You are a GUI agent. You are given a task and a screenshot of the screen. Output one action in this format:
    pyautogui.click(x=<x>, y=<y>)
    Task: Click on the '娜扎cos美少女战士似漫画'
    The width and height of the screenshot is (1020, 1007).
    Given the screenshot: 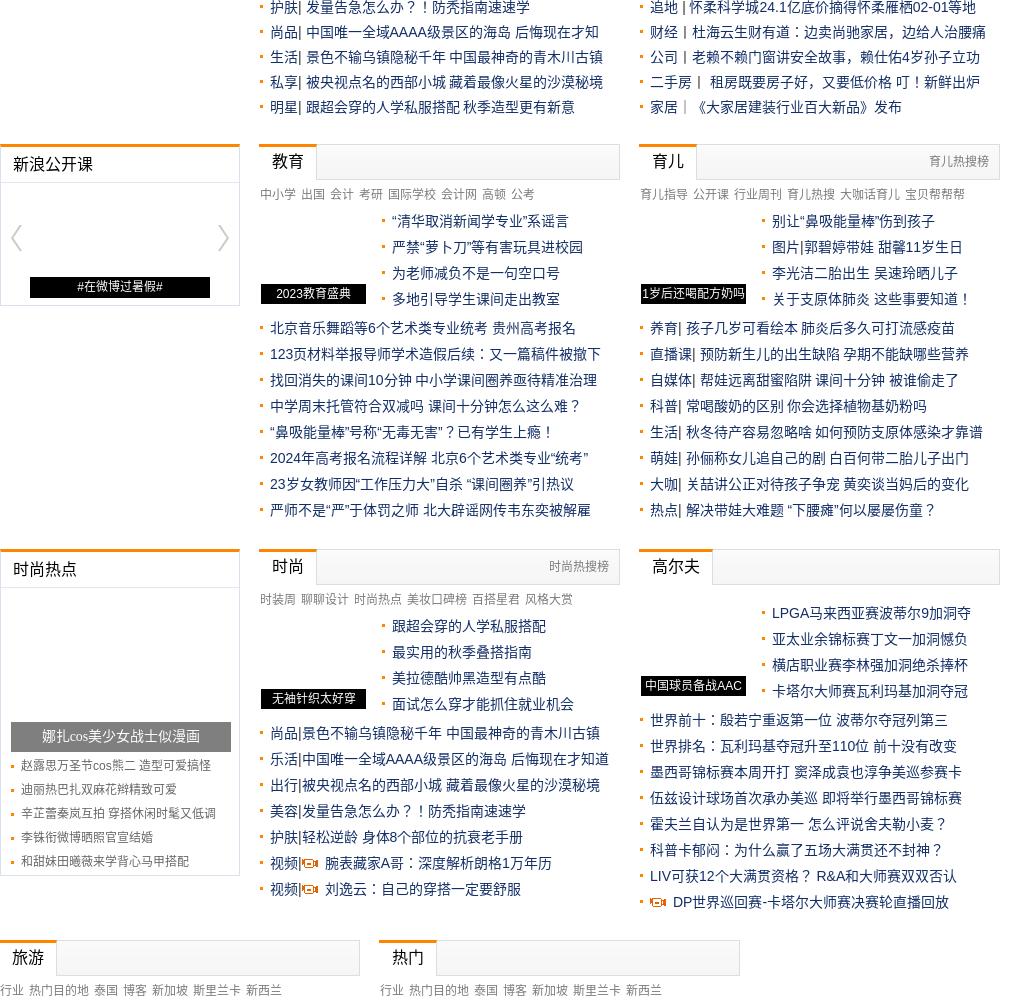 What is the action you would take?
    pyautogui.click(x=119, y=735)
    